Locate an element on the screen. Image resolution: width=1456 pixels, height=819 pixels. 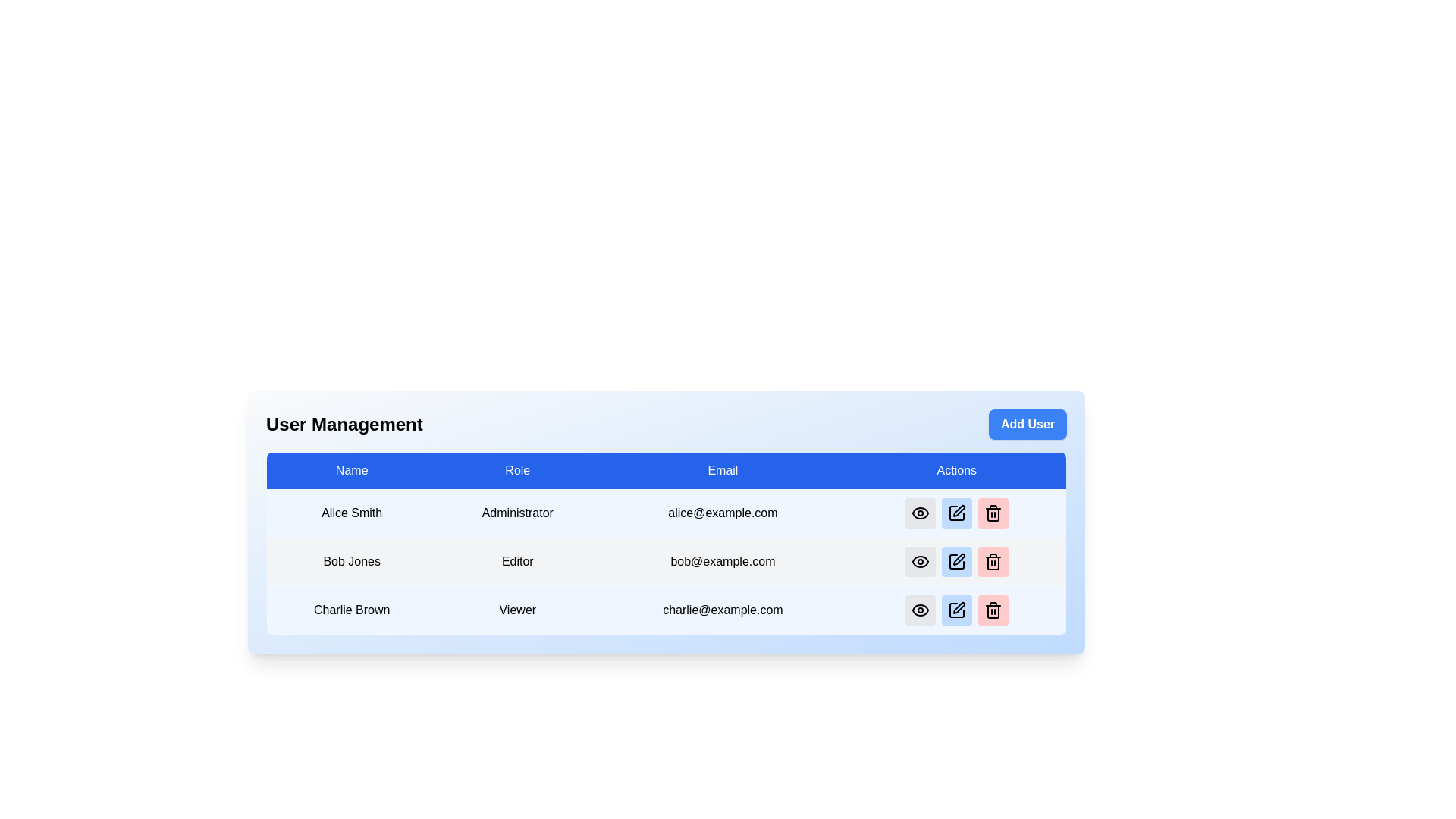
the static text element labeled 'Viewer' in the table under the 'Role' column, which is positioned in the third row corresponding to 'Charlie Brown' is located at coordinates (517, 610).